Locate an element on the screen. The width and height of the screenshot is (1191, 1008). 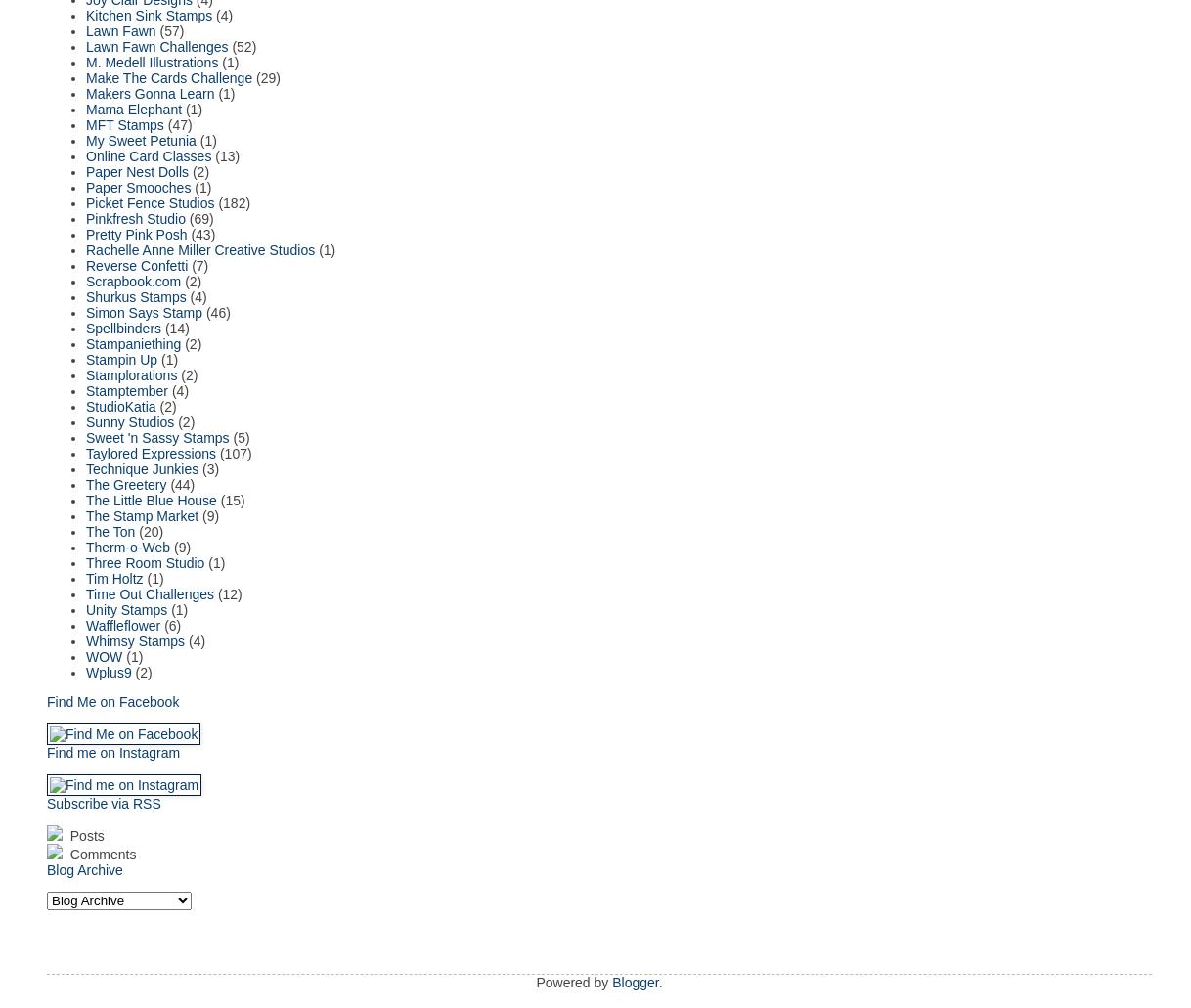
'The Ton' is located at coordinates (110, 530).